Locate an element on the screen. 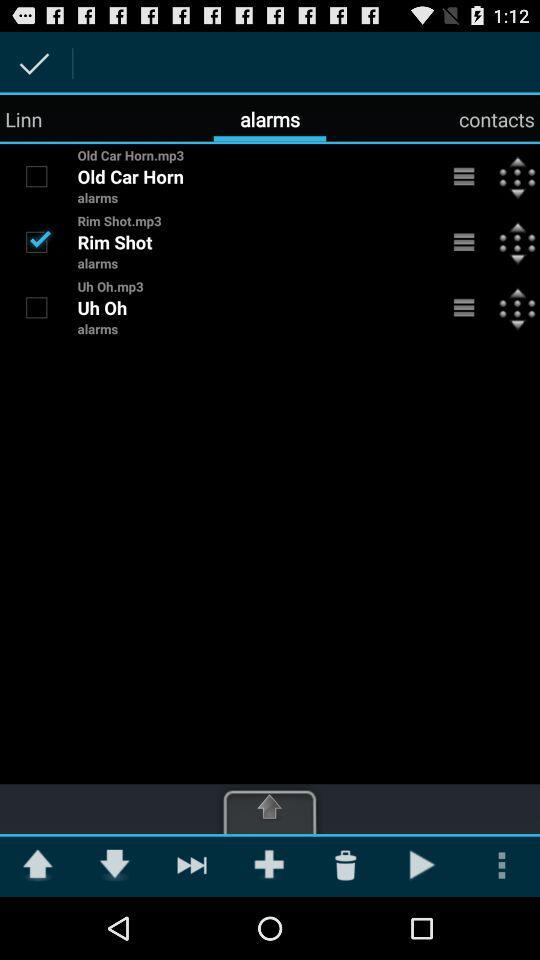 Image resolution: width=540 pixels, height=960 pixels. open settings is located at coordinates (464, 175).